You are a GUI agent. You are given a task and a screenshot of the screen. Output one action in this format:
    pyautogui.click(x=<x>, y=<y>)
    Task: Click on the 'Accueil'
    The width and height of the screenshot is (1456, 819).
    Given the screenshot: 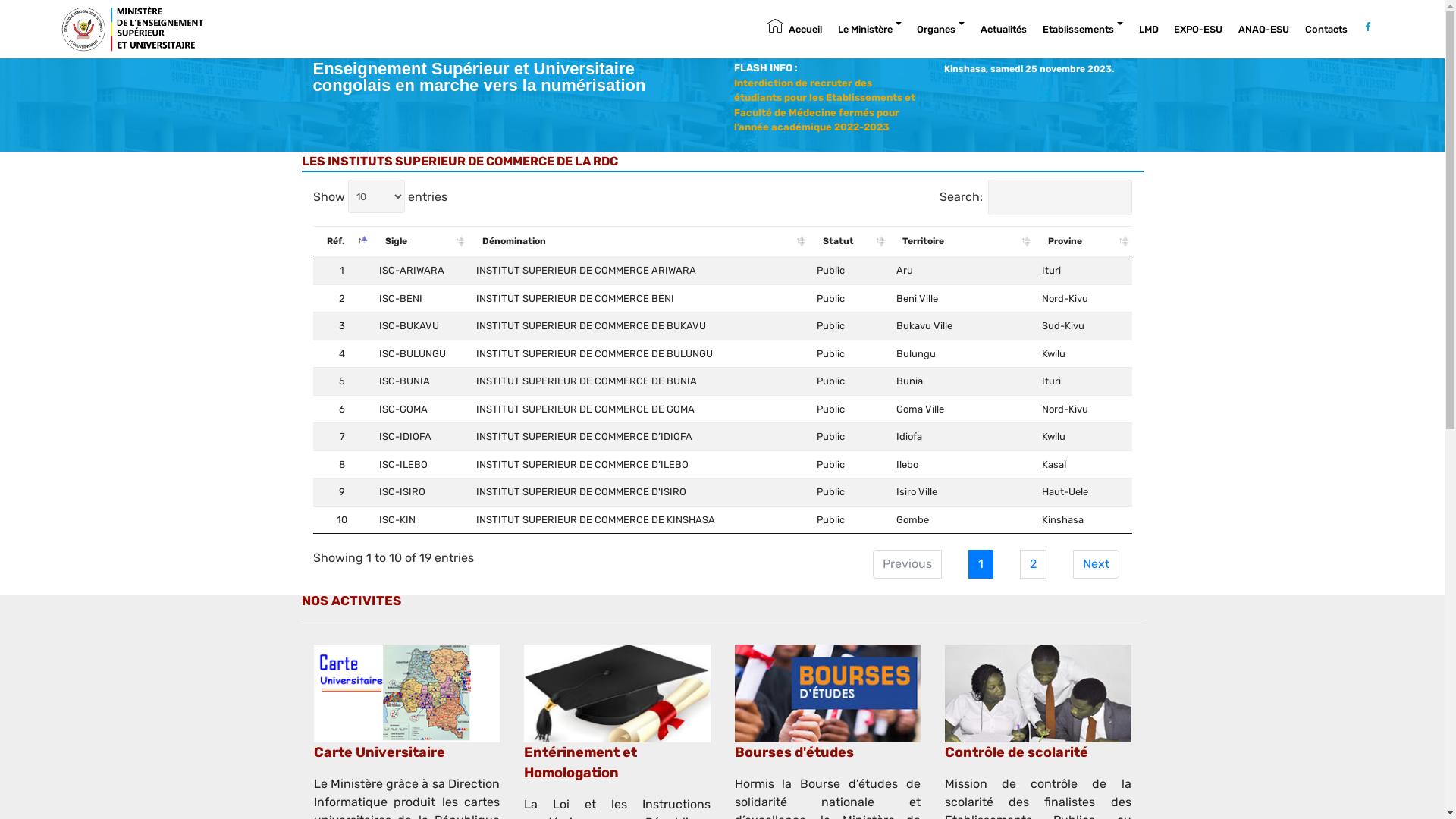 What is the action you would take?
    pyautogui.click(x=793, y=29)
    